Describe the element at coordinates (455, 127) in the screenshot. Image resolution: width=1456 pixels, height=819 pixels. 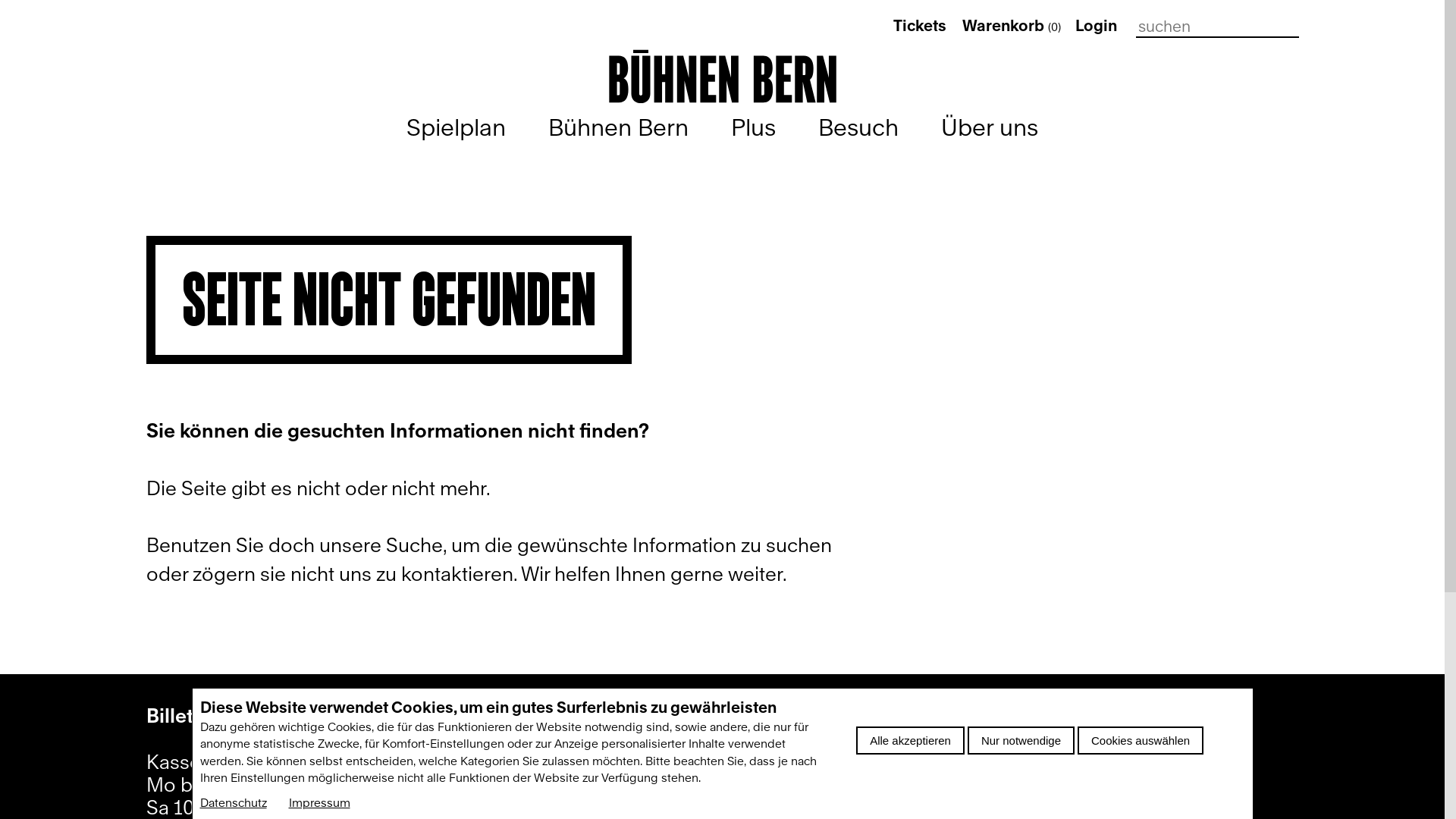
I see `'Spielplan'` at that location.